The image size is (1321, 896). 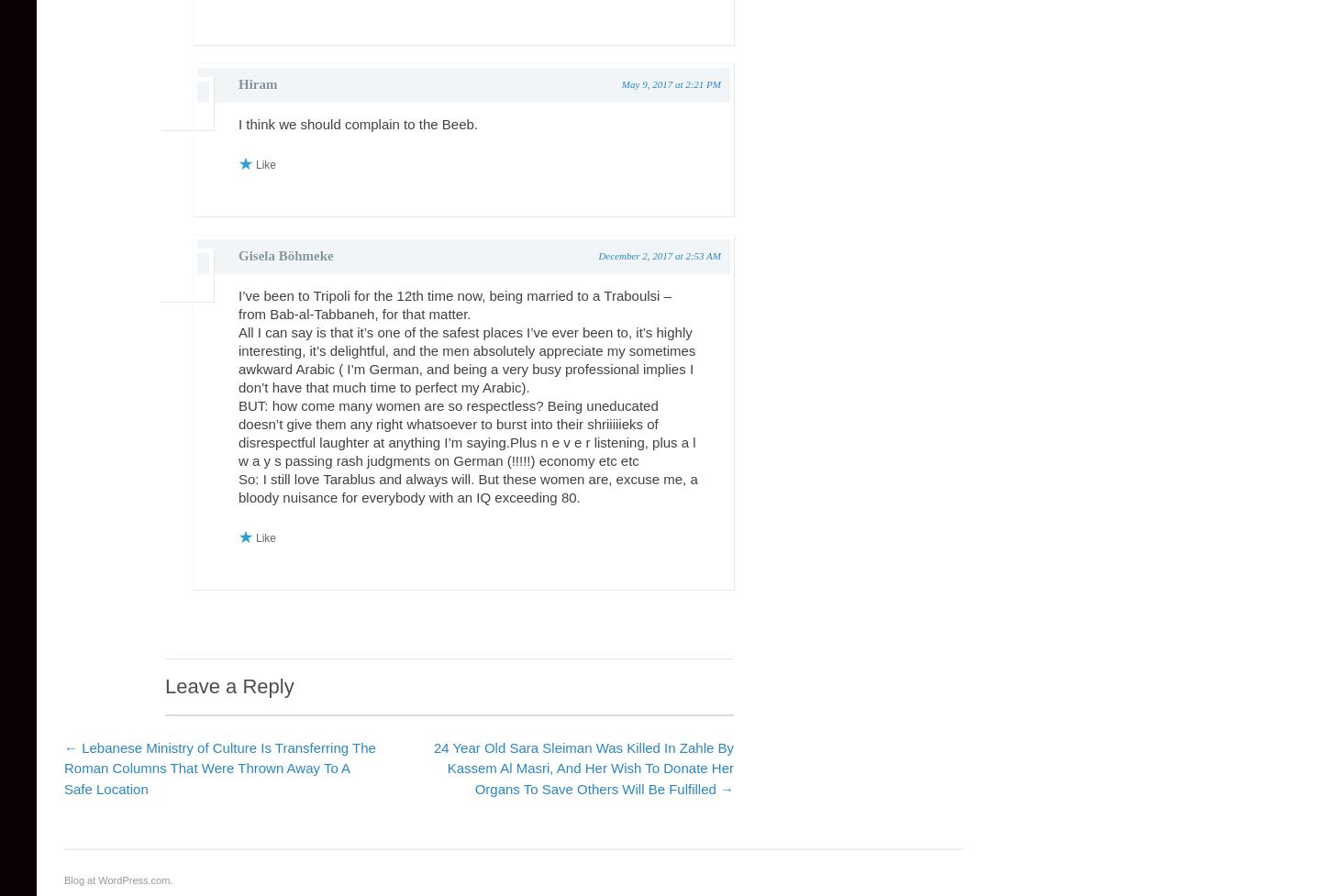 I want to click on 'I’ve been to Tripoli for the 12th time now, being married to a Traboulsi  – from Bab-al-Tabbaneh, for that matter.', so click(x=453, y=304).